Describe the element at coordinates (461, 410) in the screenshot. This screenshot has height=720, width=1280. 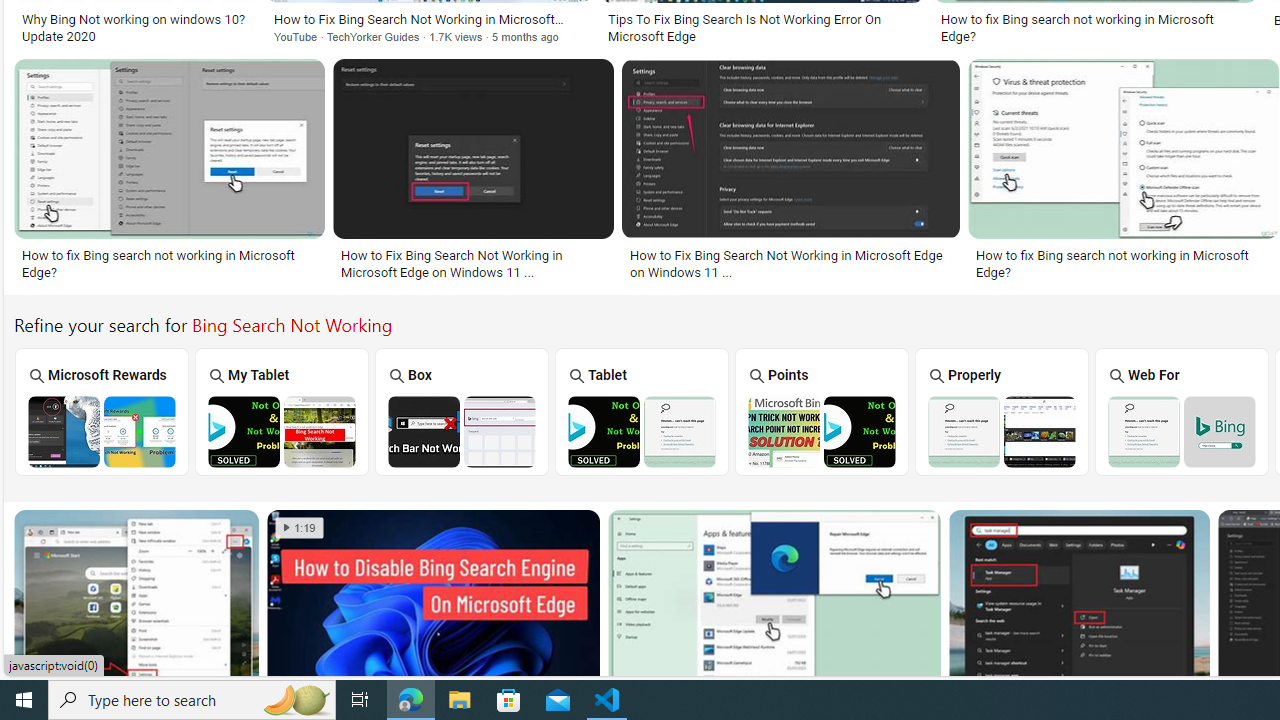
I see `'Bing Search Box Not Working Box'` at that location.